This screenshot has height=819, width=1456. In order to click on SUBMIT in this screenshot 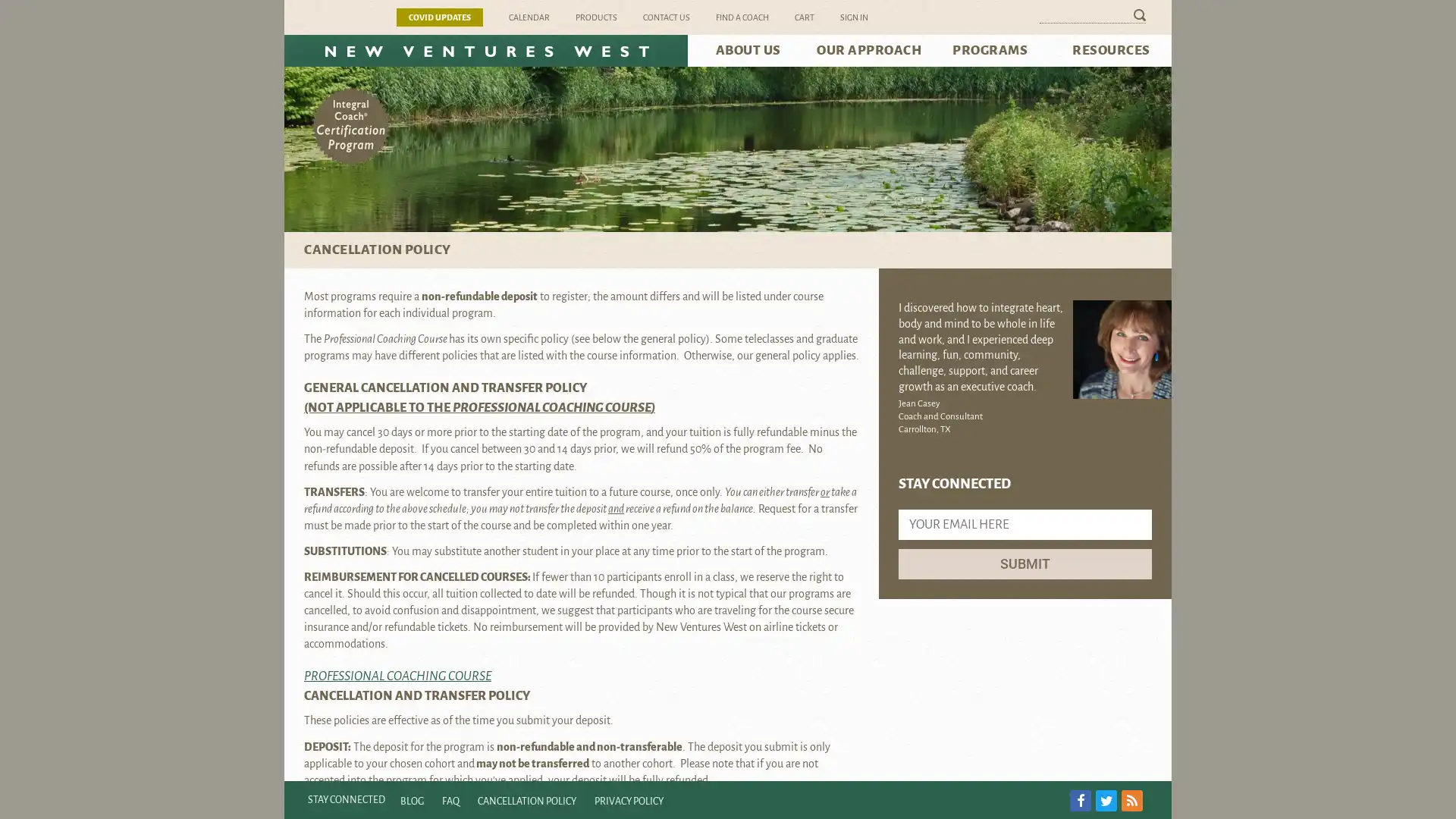, I will do `click(1025, 563)`.